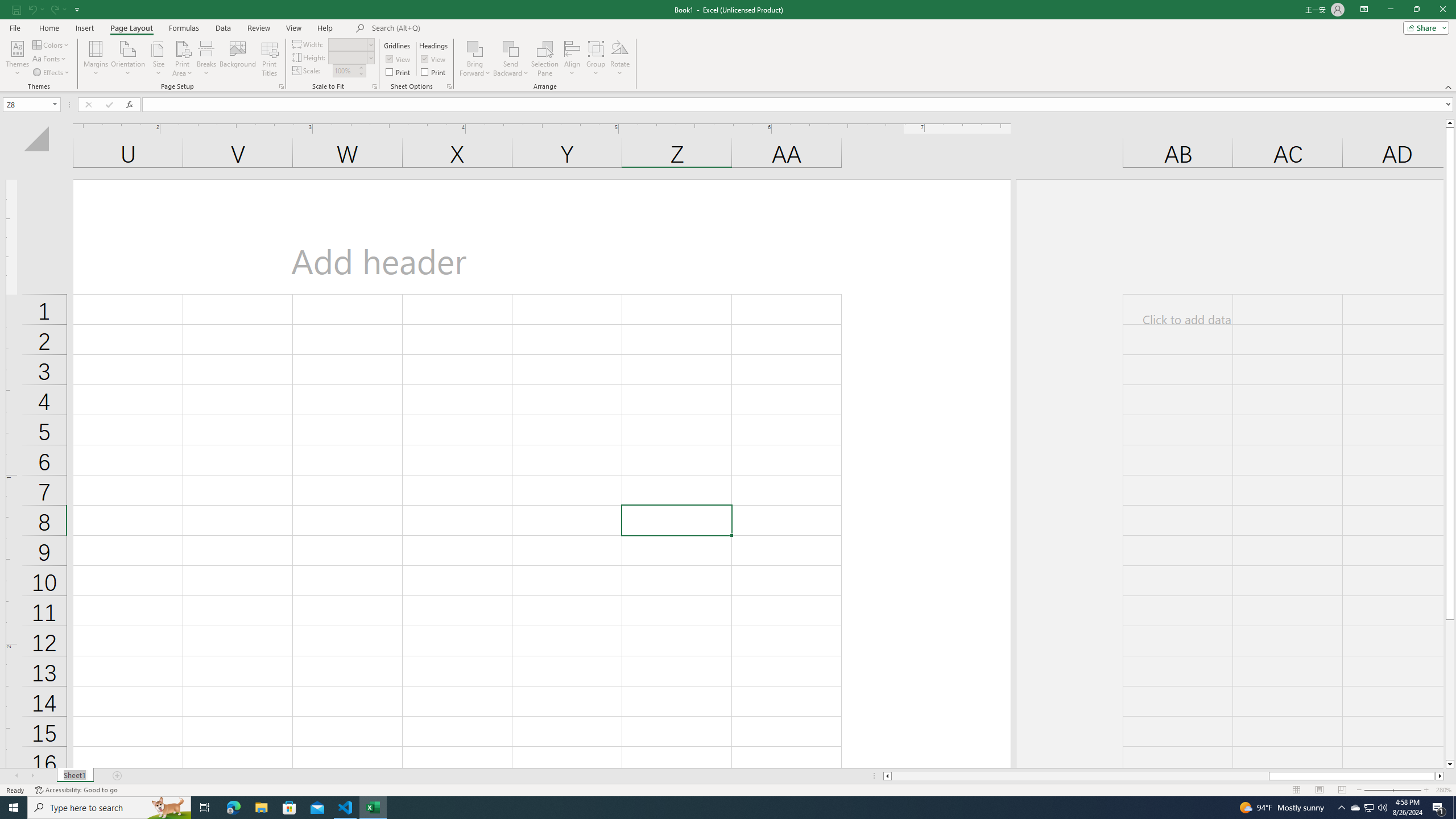  What do you see at coordinates (183, 59) in the screenshot?
I see `'Print Area'` at bounding box center [183, 59].